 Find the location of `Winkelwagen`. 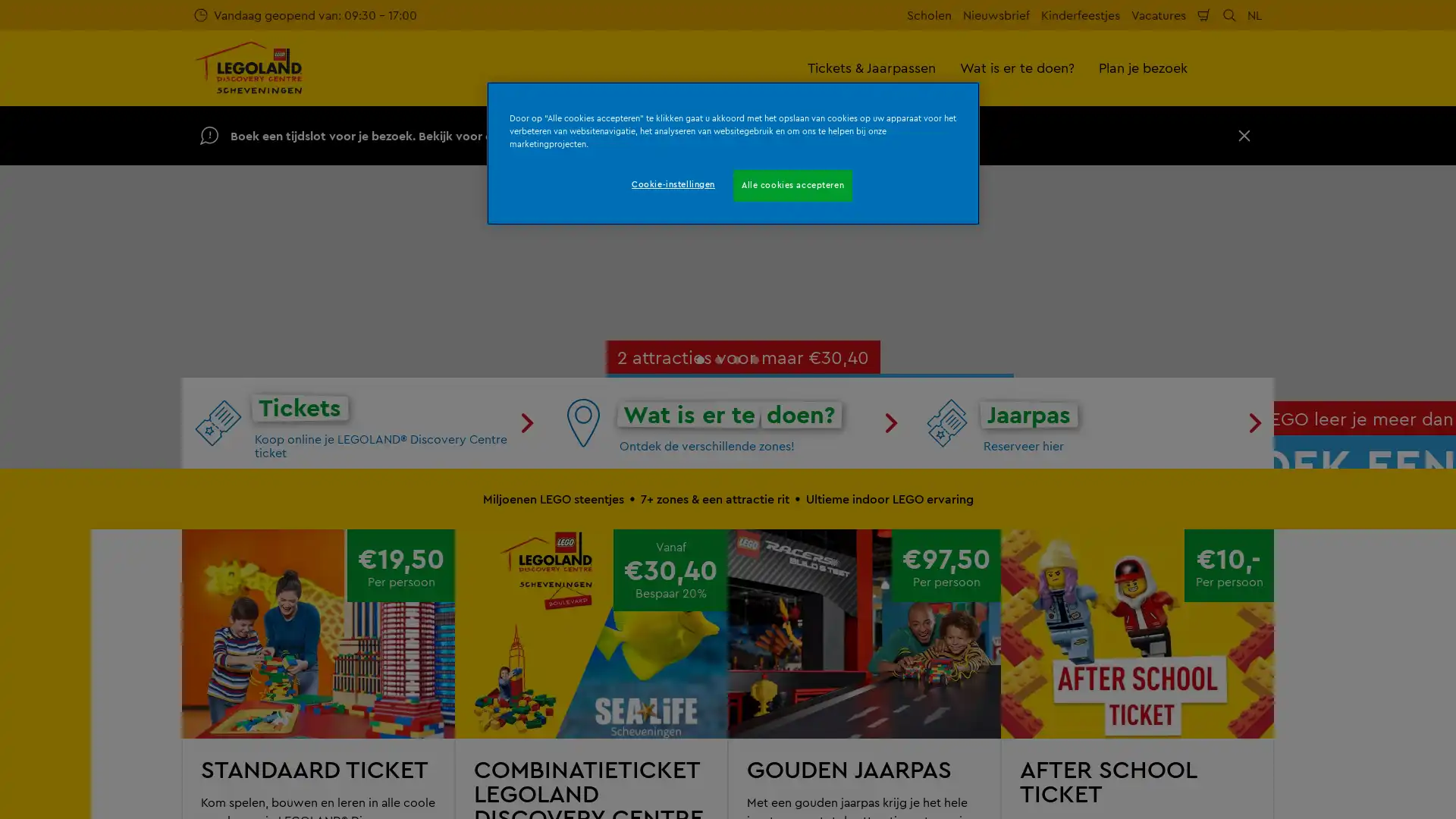

Winkelwagen is located at coordinates (1203, 14).